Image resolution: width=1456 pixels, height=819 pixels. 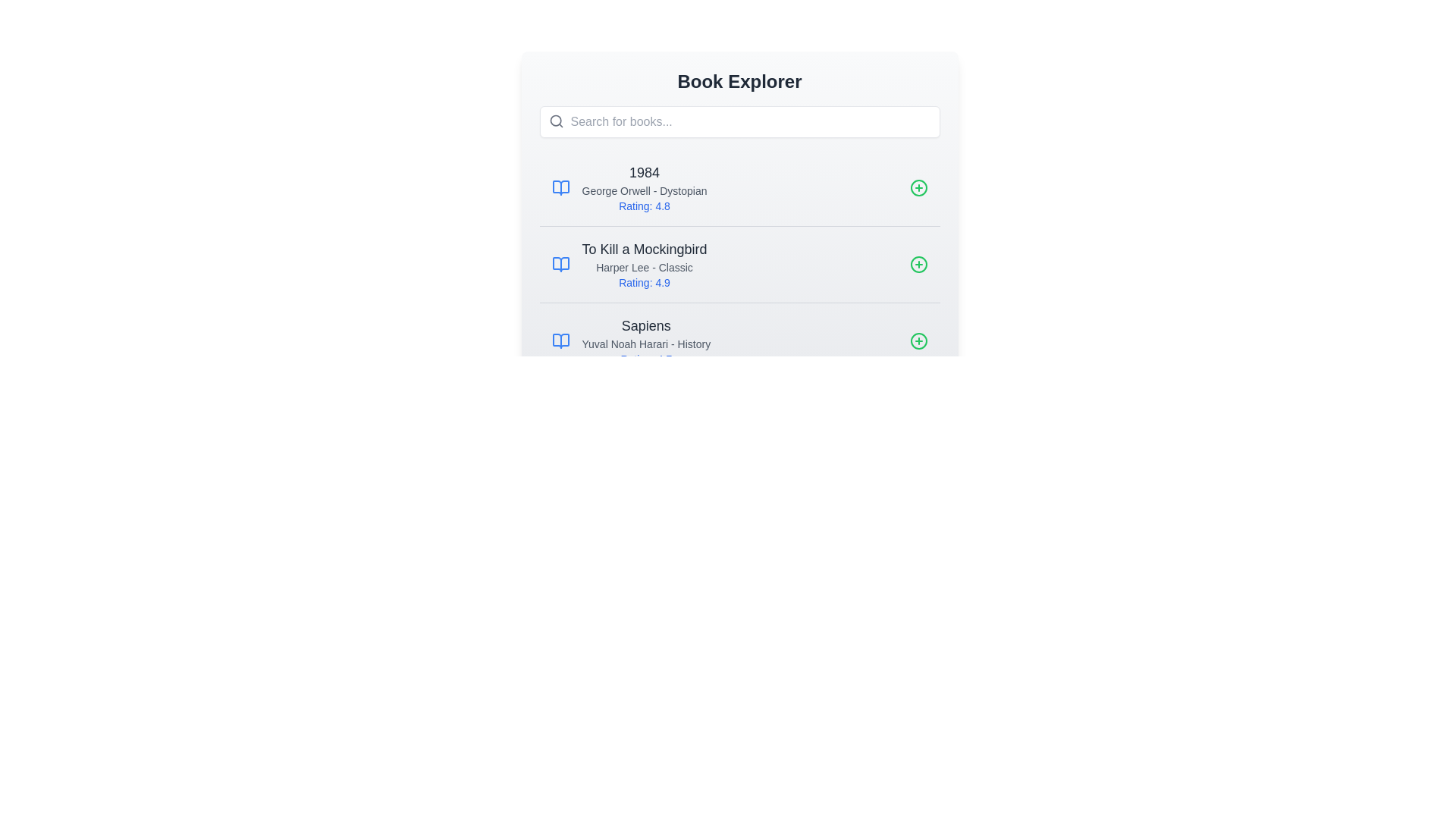 What do you see at coordinates (918, 341) in the screenshot?
I see `the Circle component within the SVG that is part of the plus-circle icon associated with the book 'Sapiens'` at bounding box center [918, 341].